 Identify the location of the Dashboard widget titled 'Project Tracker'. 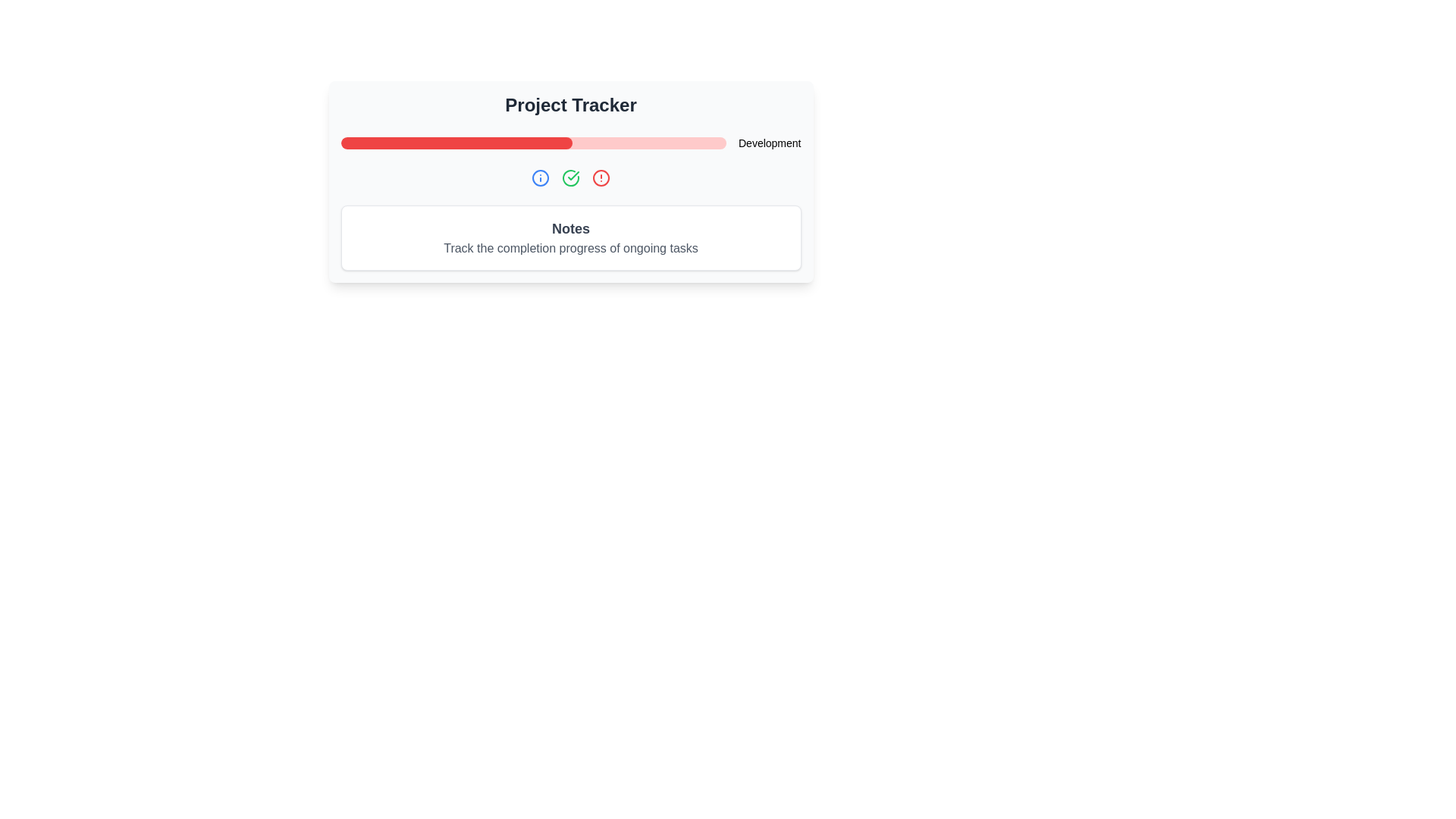
(570, 180).